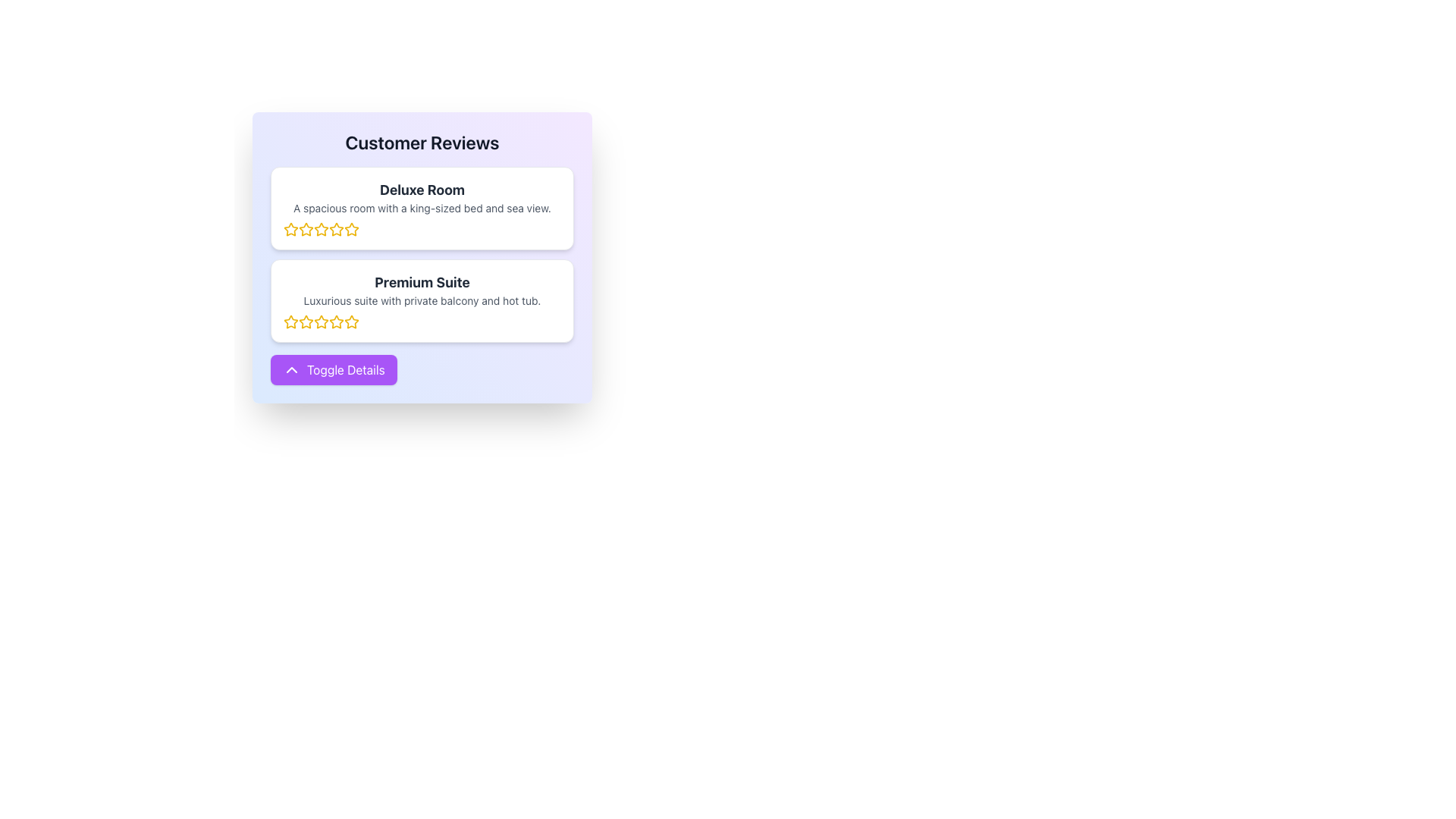  Describe the element at coordinates (291, 230) in the screenshot. I see `the first star-shaped icon with a yellow fill and stroke, located under the 'Deluxe Room' heading in the 'Customer Reviews' section` at that location.